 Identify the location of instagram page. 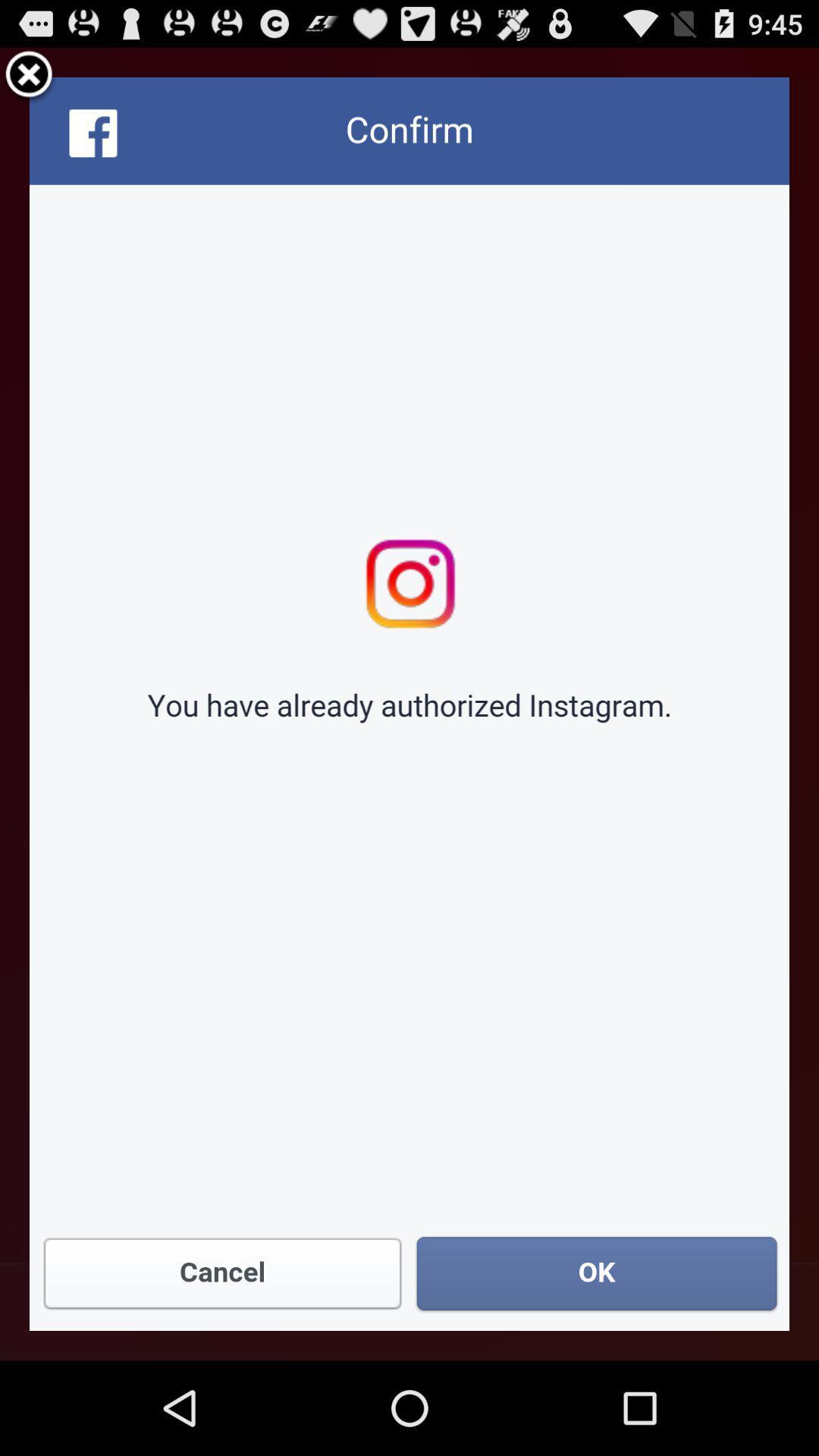
(409, 703).